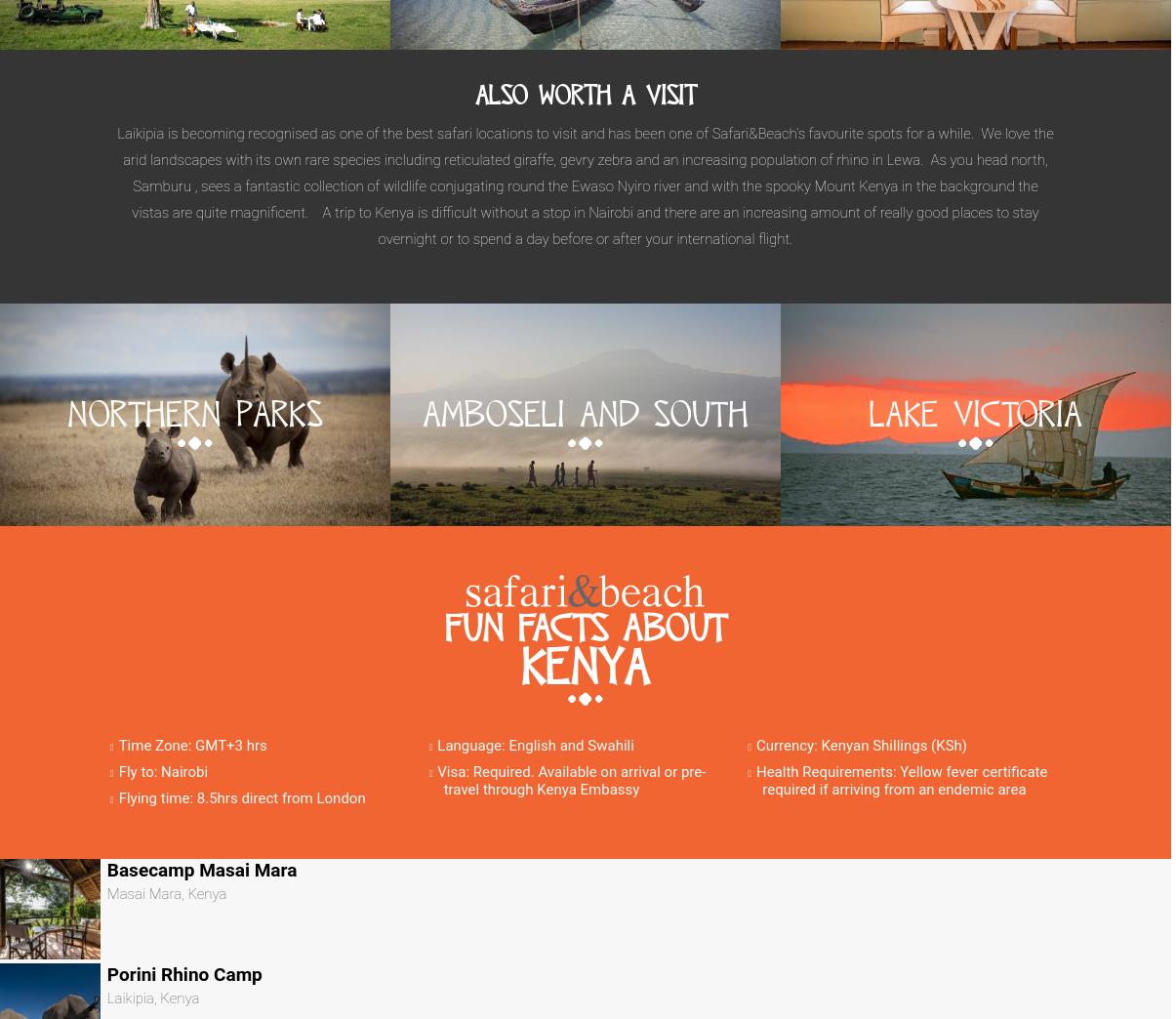  Describe the element at coordinates (974, 413) in the screenshot. I see `'Lake Victoria'` at that location.